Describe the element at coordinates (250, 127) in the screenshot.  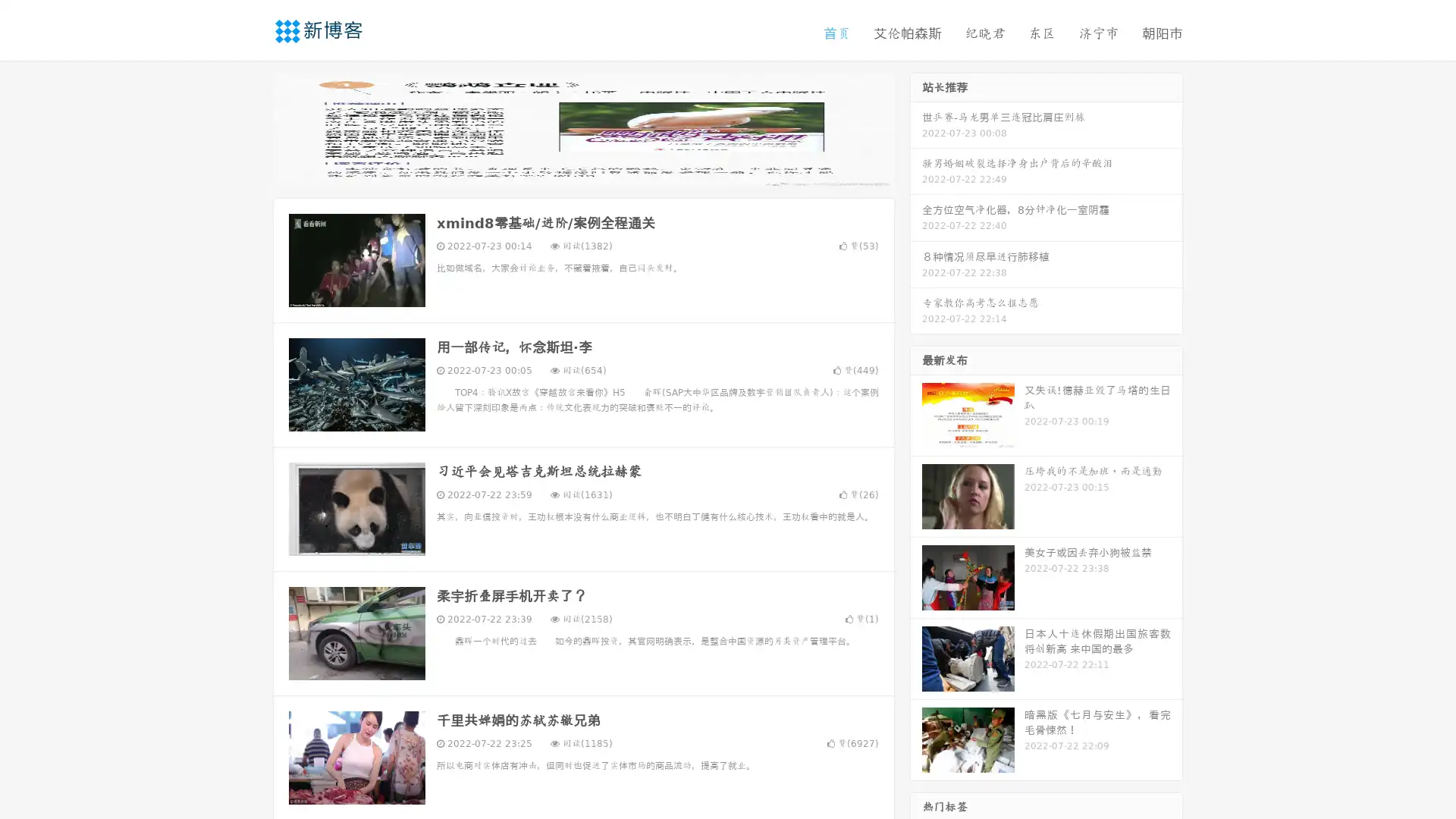
I see `Previous slide` at that location.